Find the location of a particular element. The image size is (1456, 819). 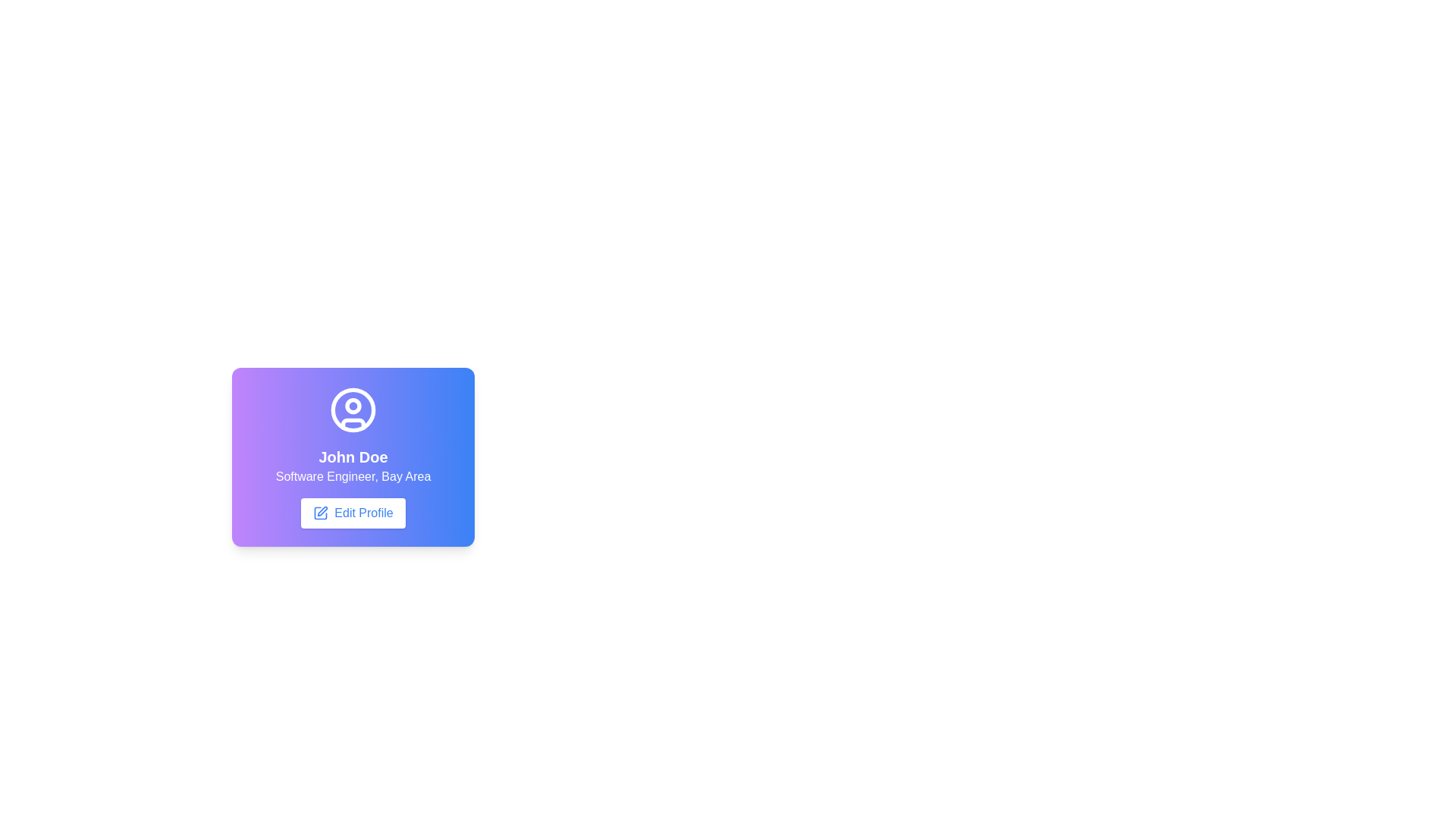

the text element displaying 'John Doe', which is styled in bold white font and is the main name header within a rounded rectangular card component, positioned above the 'Software Engineer, Bay Area' text is located at coordinates (352, 456).